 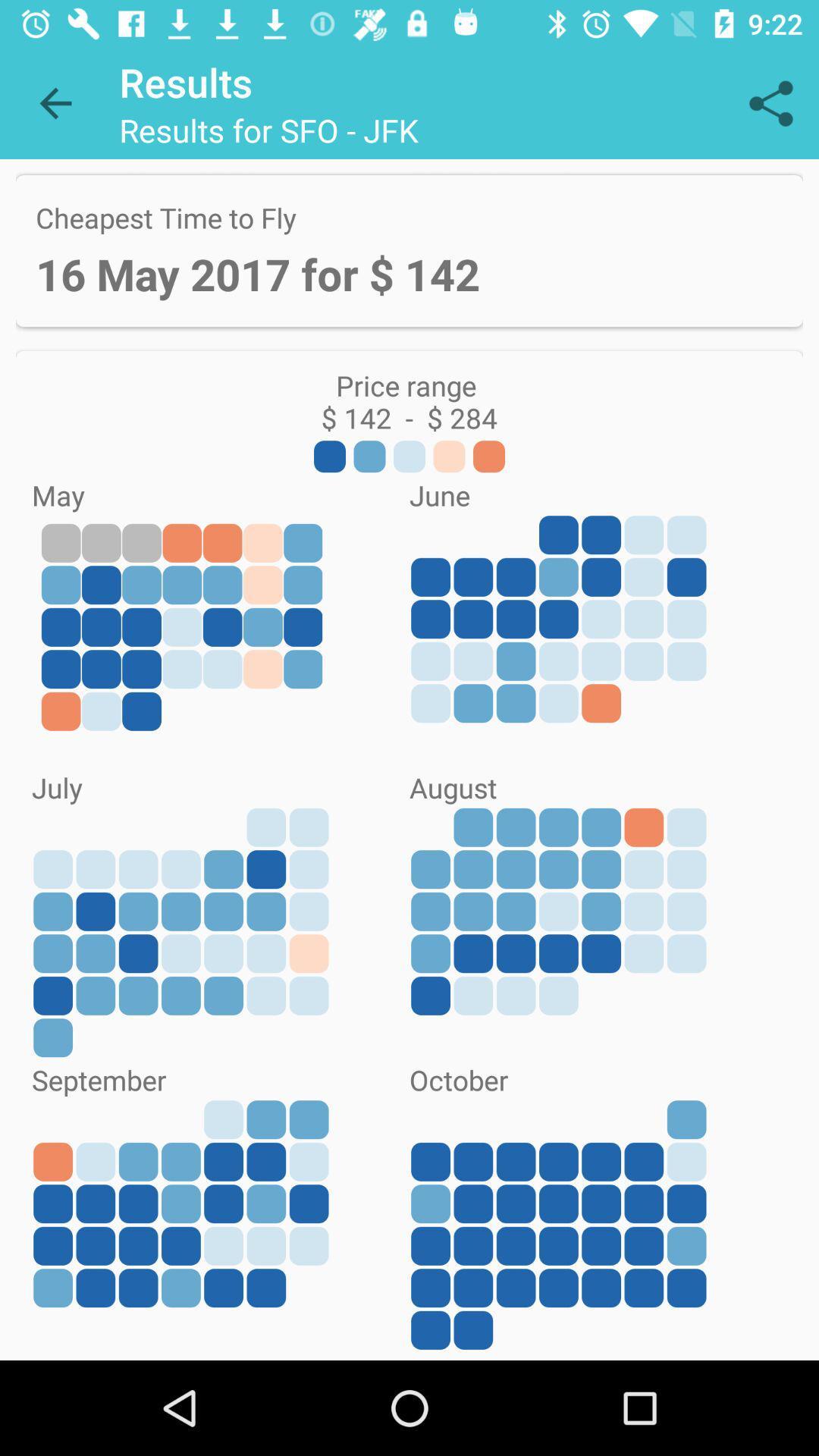 I want to click on the icon at the top right corner, so click(x=771, y=102).